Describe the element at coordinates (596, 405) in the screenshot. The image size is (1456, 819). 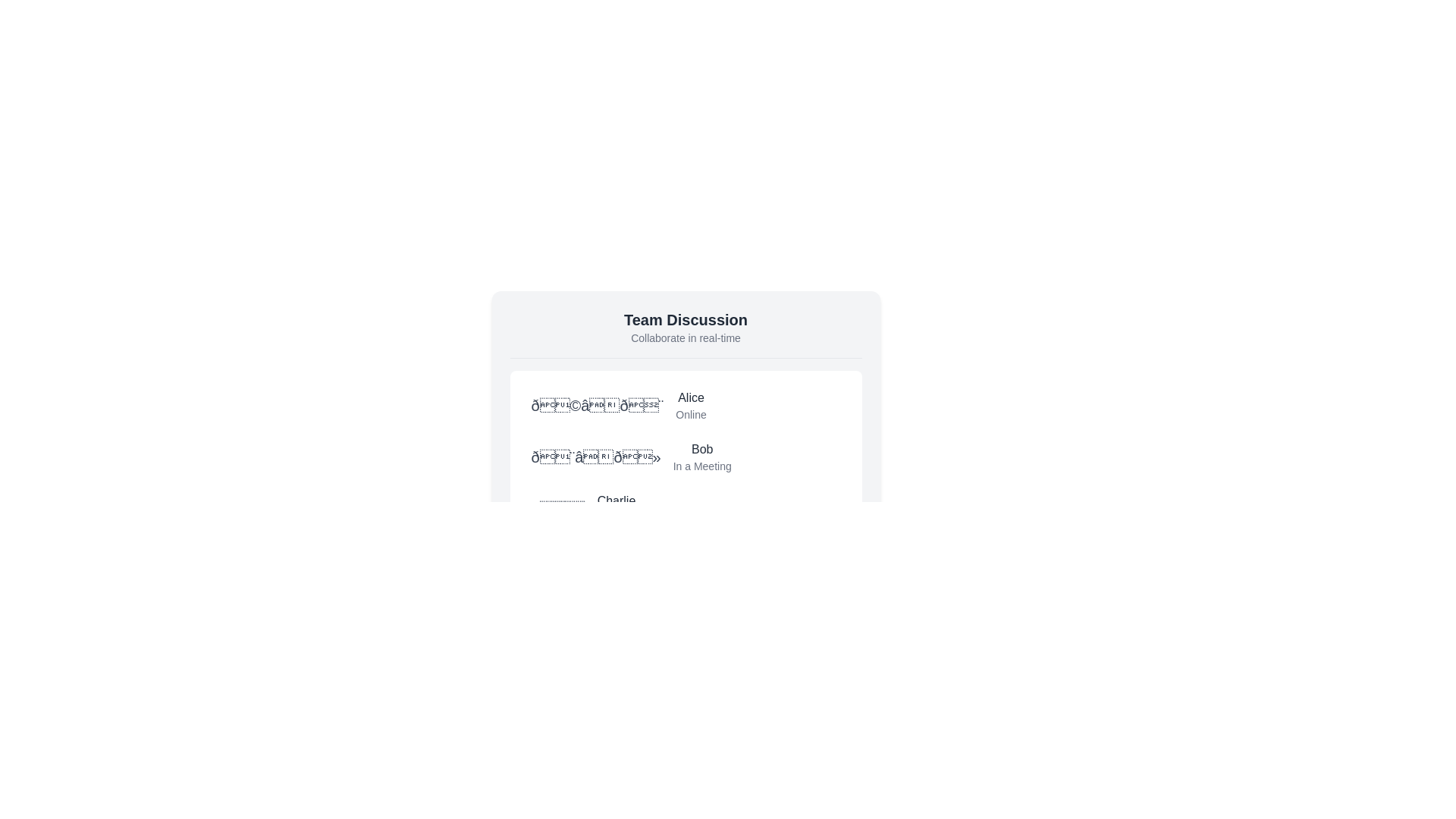
I see `the emoji-like icon character with large text style located within the user-related information content block` at that location.